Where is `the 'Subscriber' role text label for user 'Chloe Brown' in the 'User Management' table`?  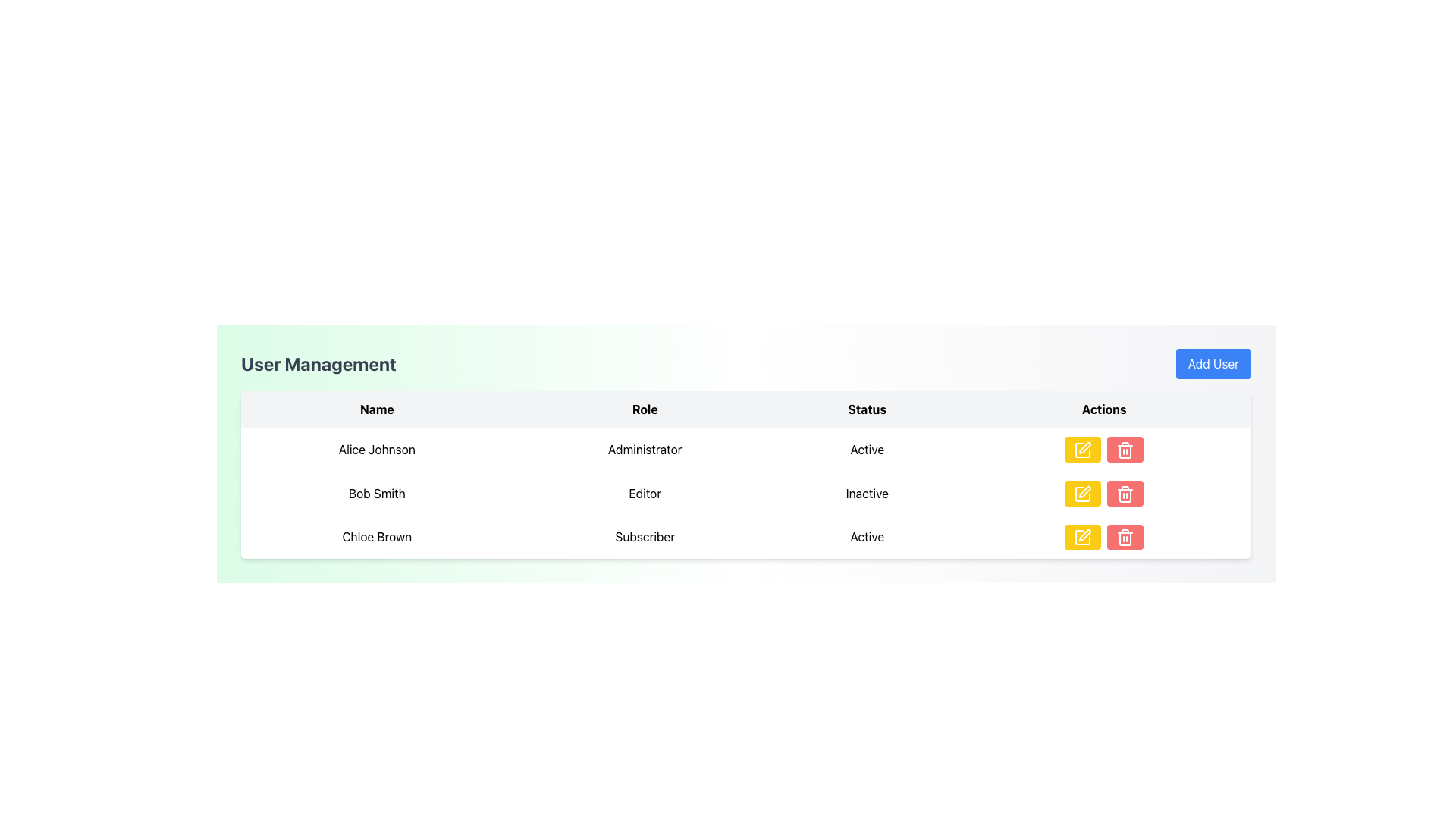
the 'Subscriber' role text label for user 'Chloe Brown' in the 'User Management' table is located at coordinates (645, 536).